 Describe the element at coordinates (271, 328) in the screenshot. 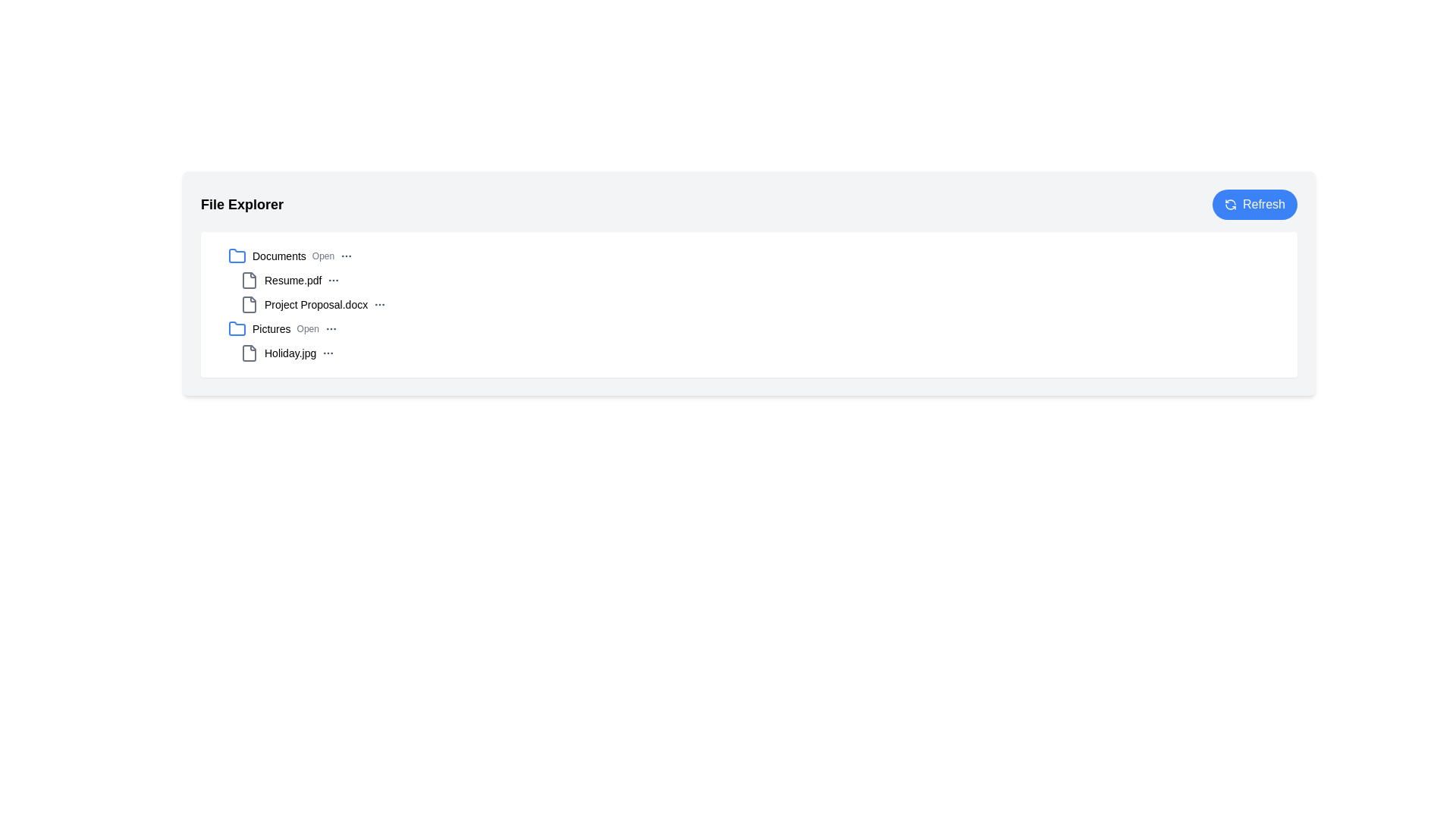

I see `the text label 'Pictures' that describes the associated folder in the file explorer layout, positioned to the right of the blue folder icon and before the smaller text 'Open'` at that location.